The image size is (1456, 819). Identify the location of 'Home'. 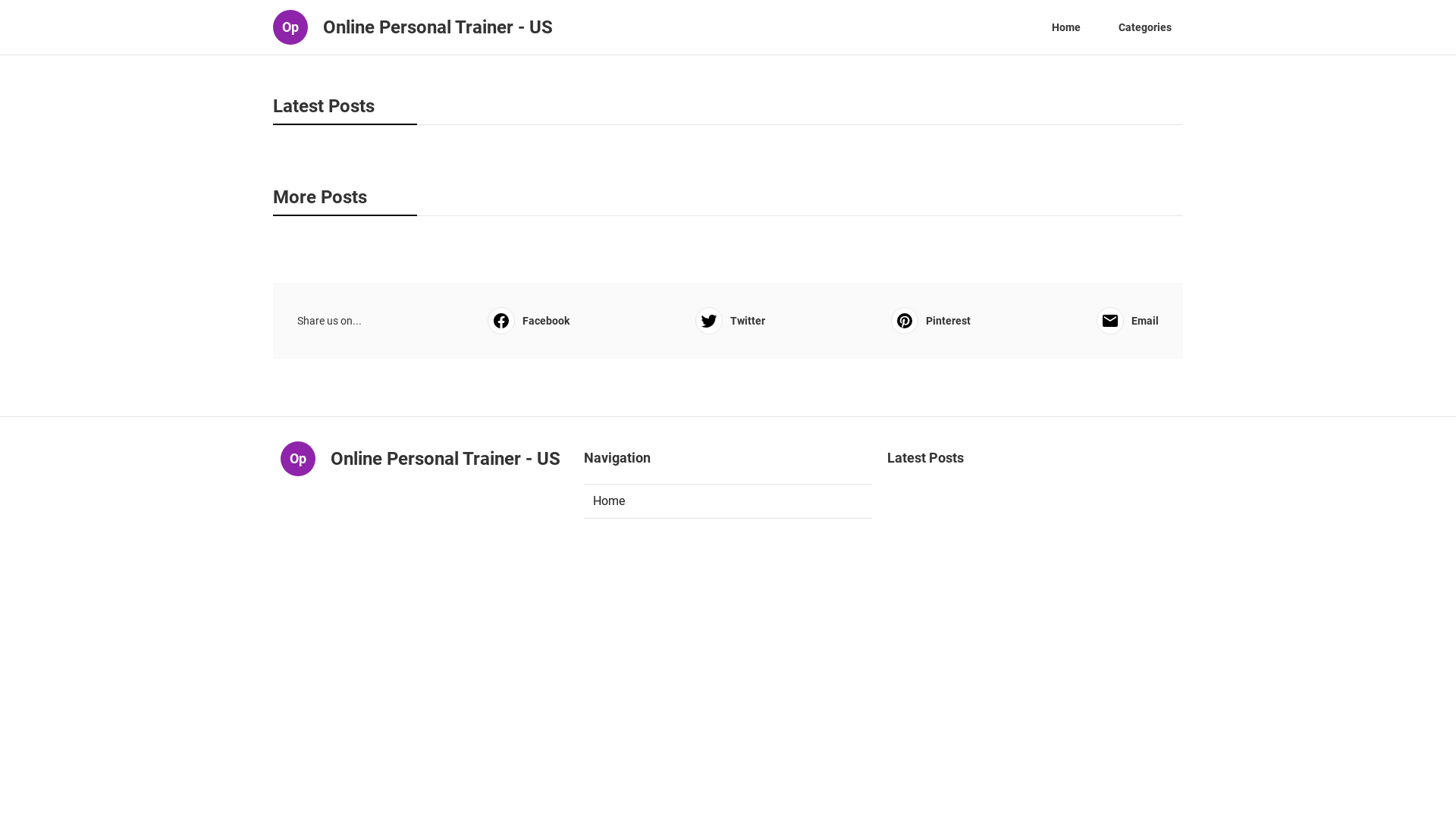
(1065, 27).